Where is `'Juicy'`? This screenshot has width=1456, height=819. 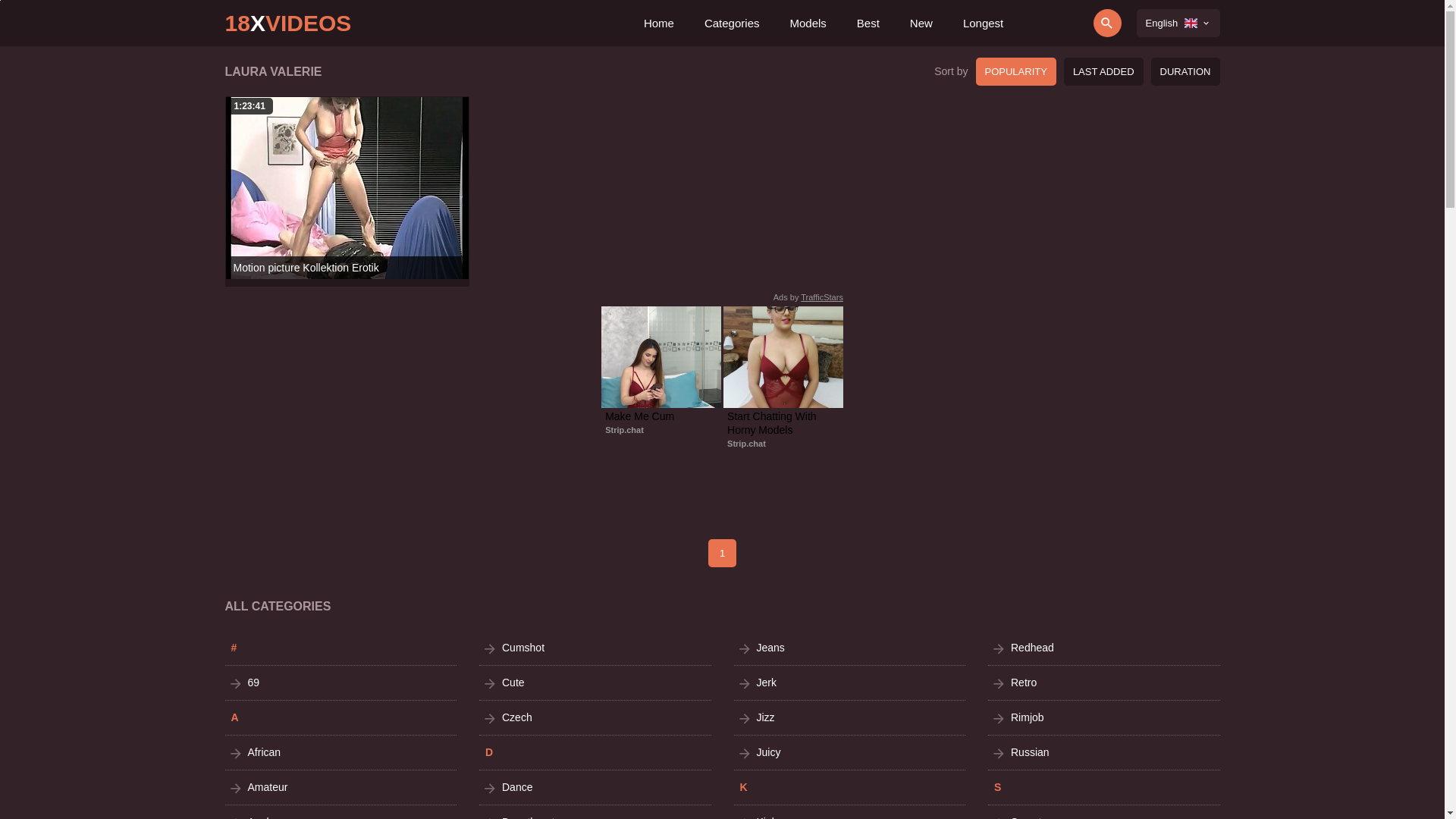
'Juicy' is located at coordinates (850, 752).